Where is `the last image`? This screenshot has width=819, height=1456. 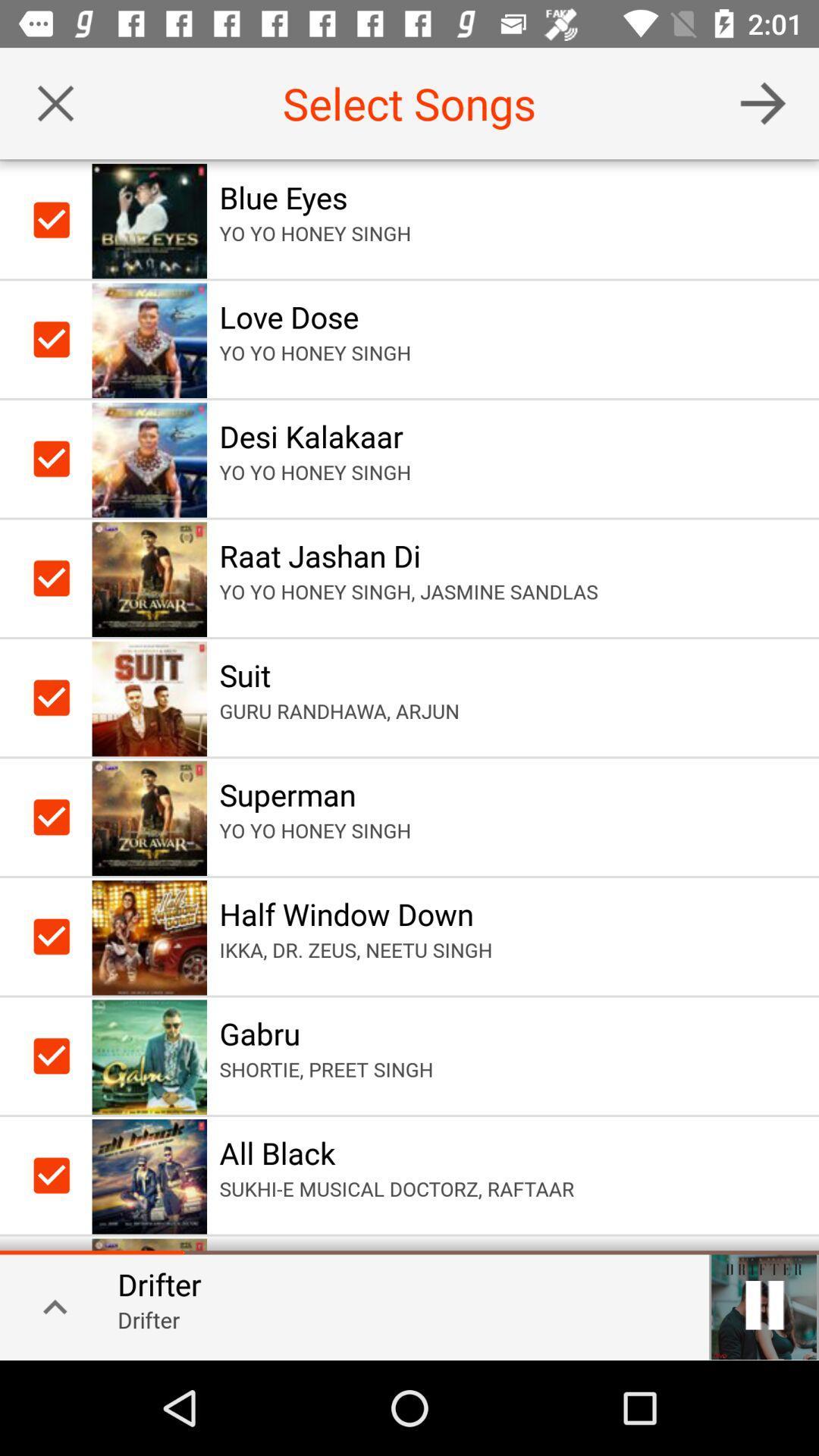 the last image is located at coordinates (149, 1175).